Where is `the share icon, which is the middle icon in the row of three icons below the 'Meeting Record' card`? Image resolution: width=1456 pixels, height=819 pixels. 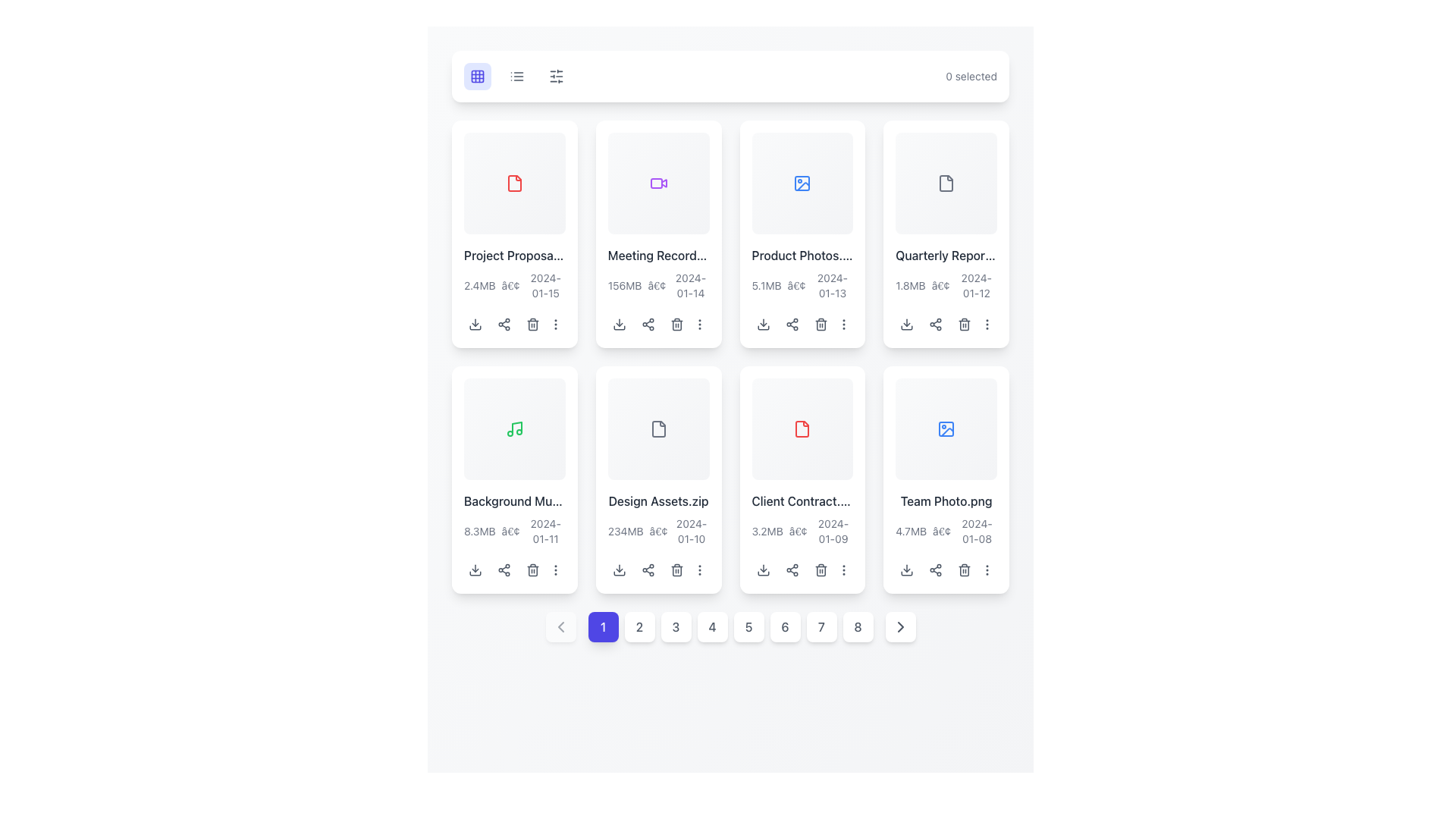 the share icon, which is the middle icon in the row of three icons below the 'Meeting Record' card is located at coordinates (648, 323).